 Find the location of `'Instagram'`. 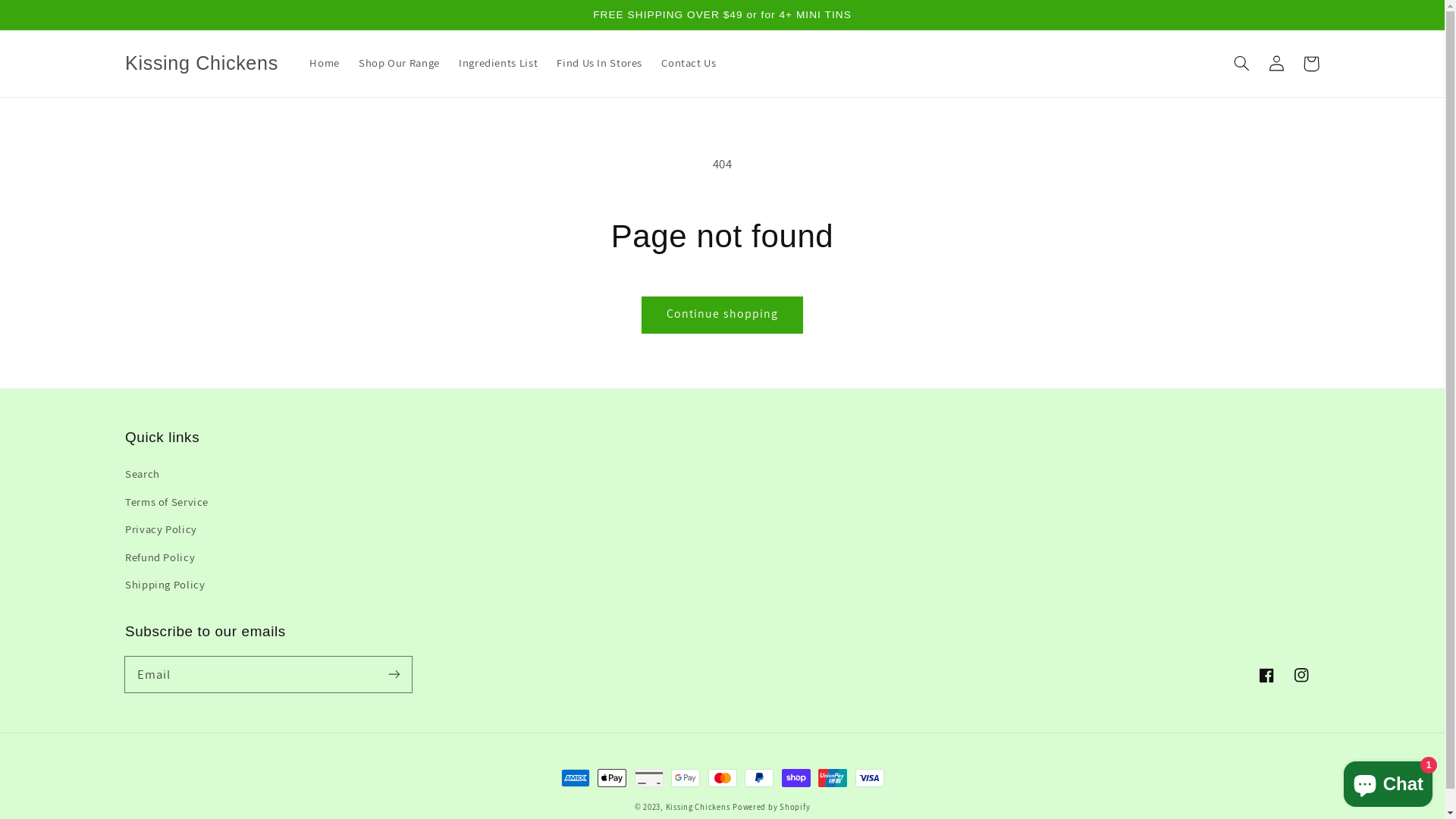

'Instagram' is located at coordinates (1284, 674).